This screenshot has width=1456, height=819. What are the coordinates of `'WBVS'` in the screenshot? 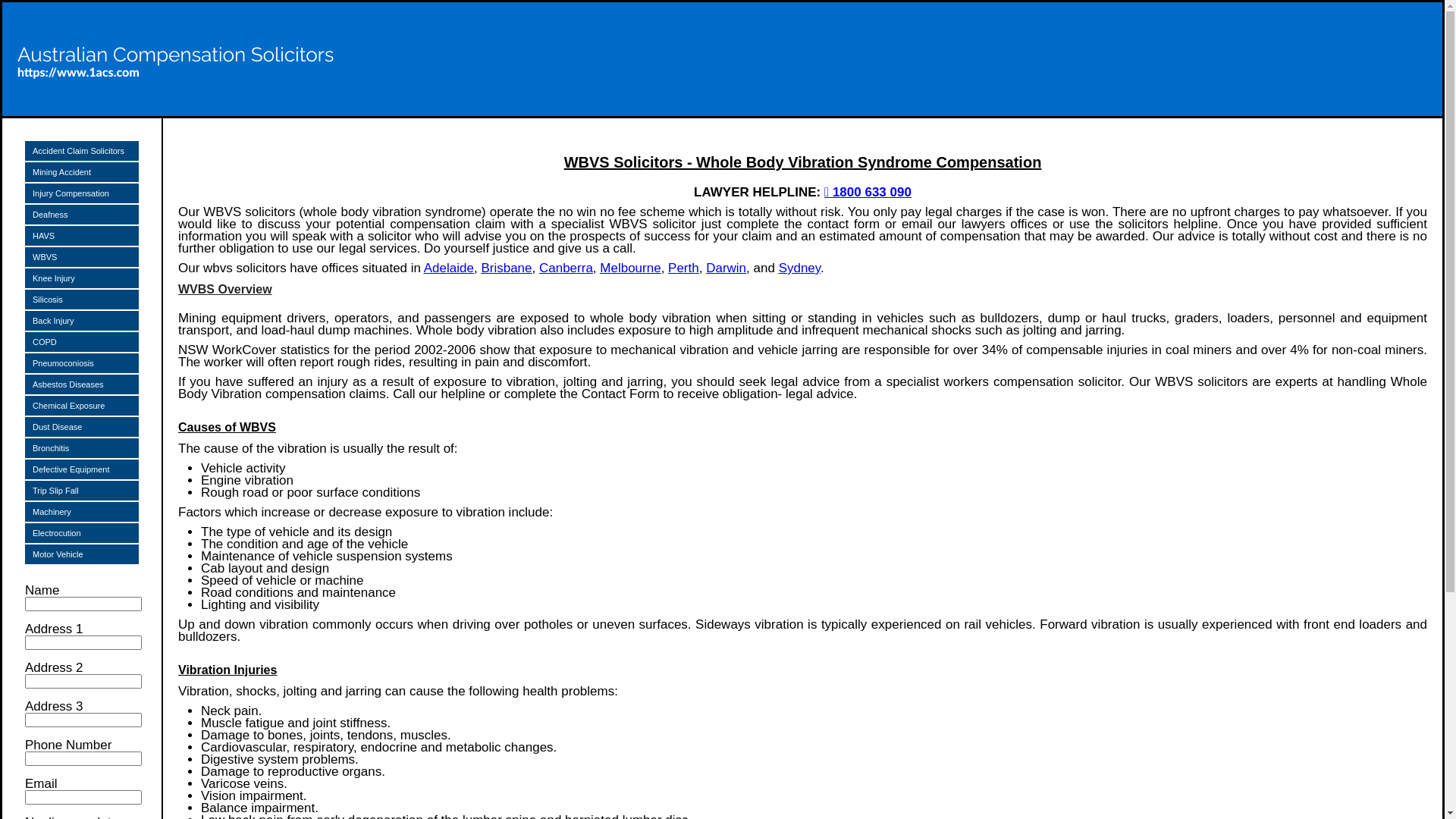 It's located at (80, 256).